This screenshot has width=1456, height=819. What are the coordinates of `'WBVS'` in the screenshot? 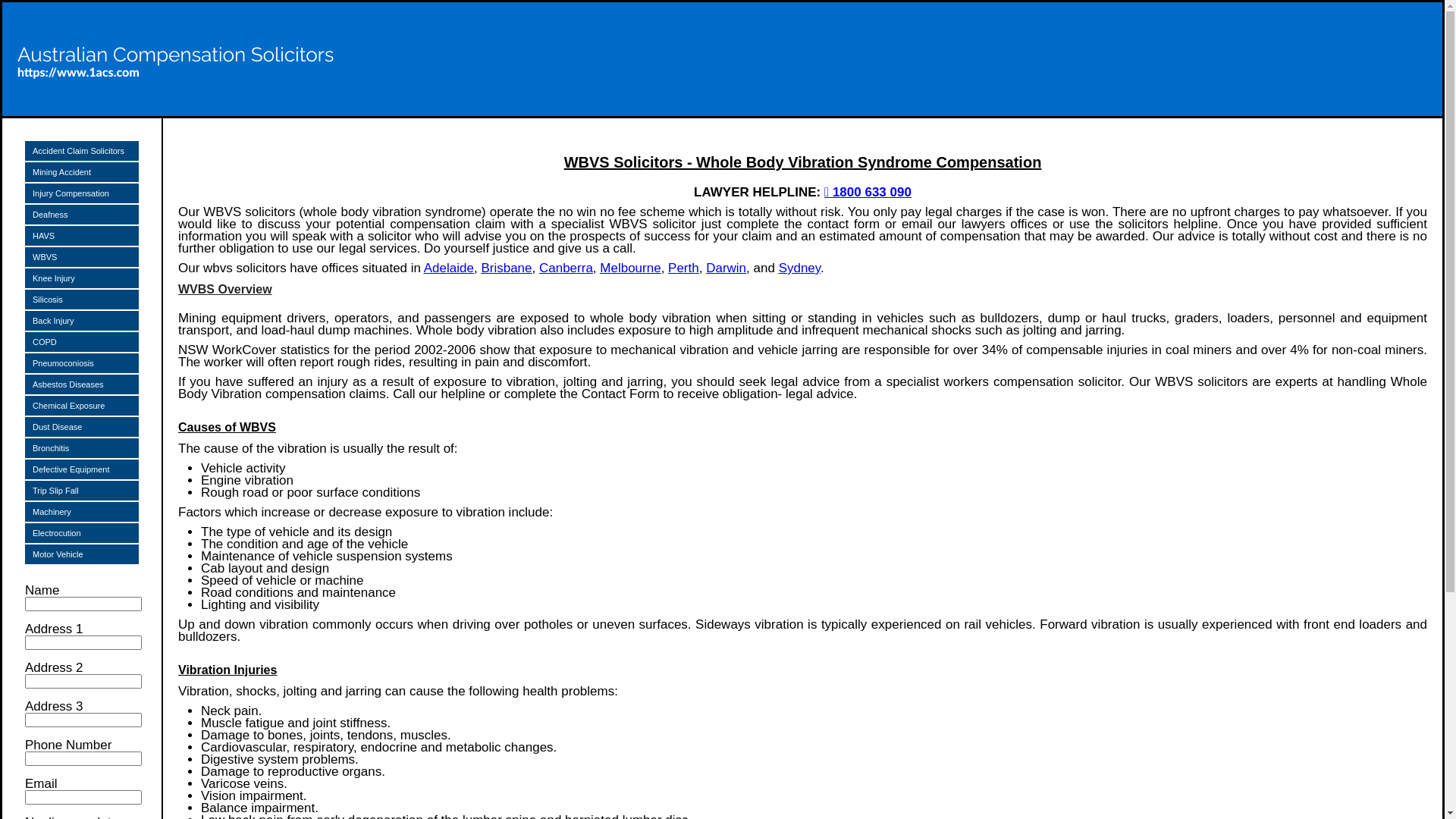 It's located at (80, 256).